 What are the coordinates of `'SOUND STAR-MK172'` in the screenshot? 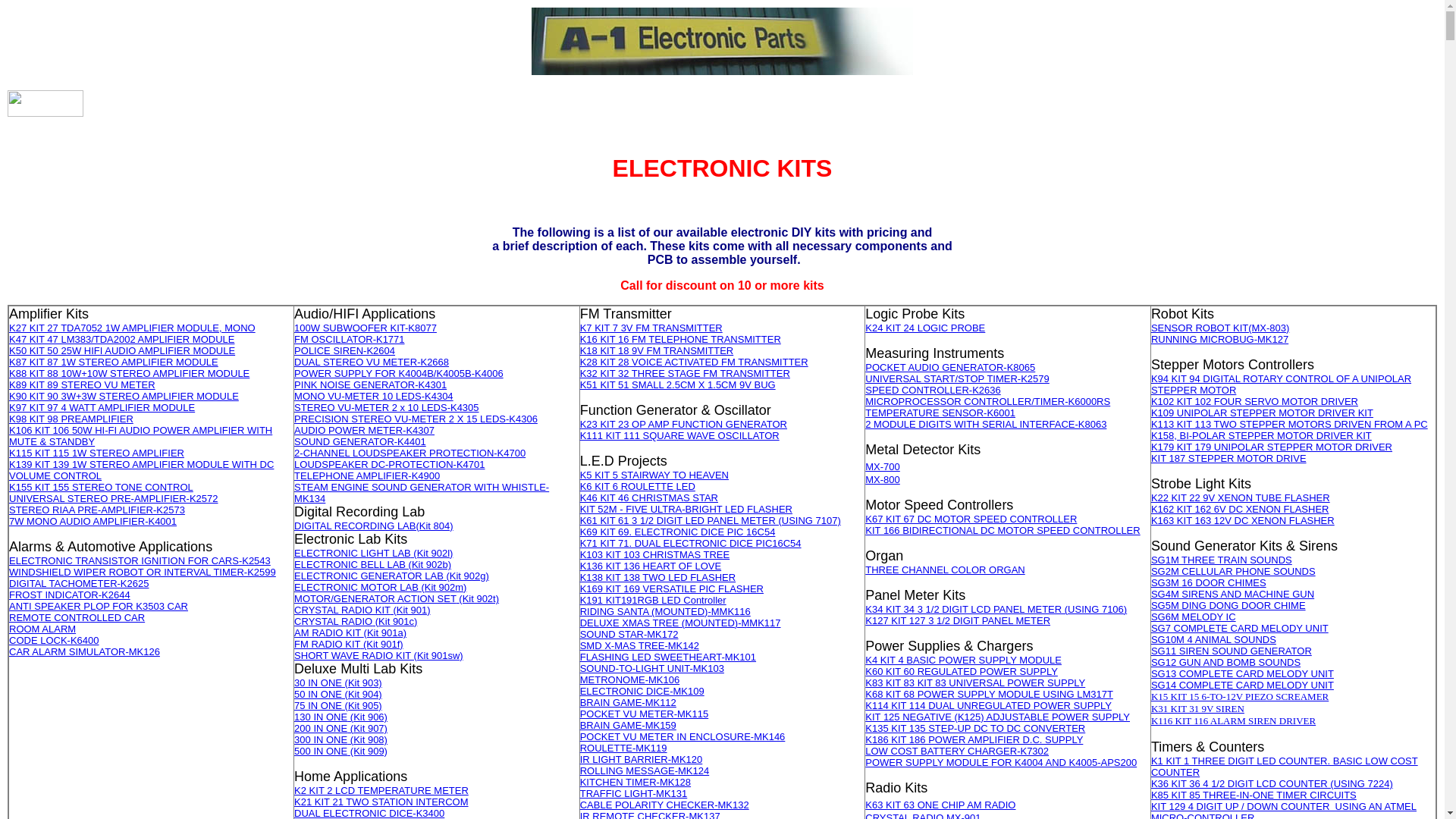 It's located at (629, 634).